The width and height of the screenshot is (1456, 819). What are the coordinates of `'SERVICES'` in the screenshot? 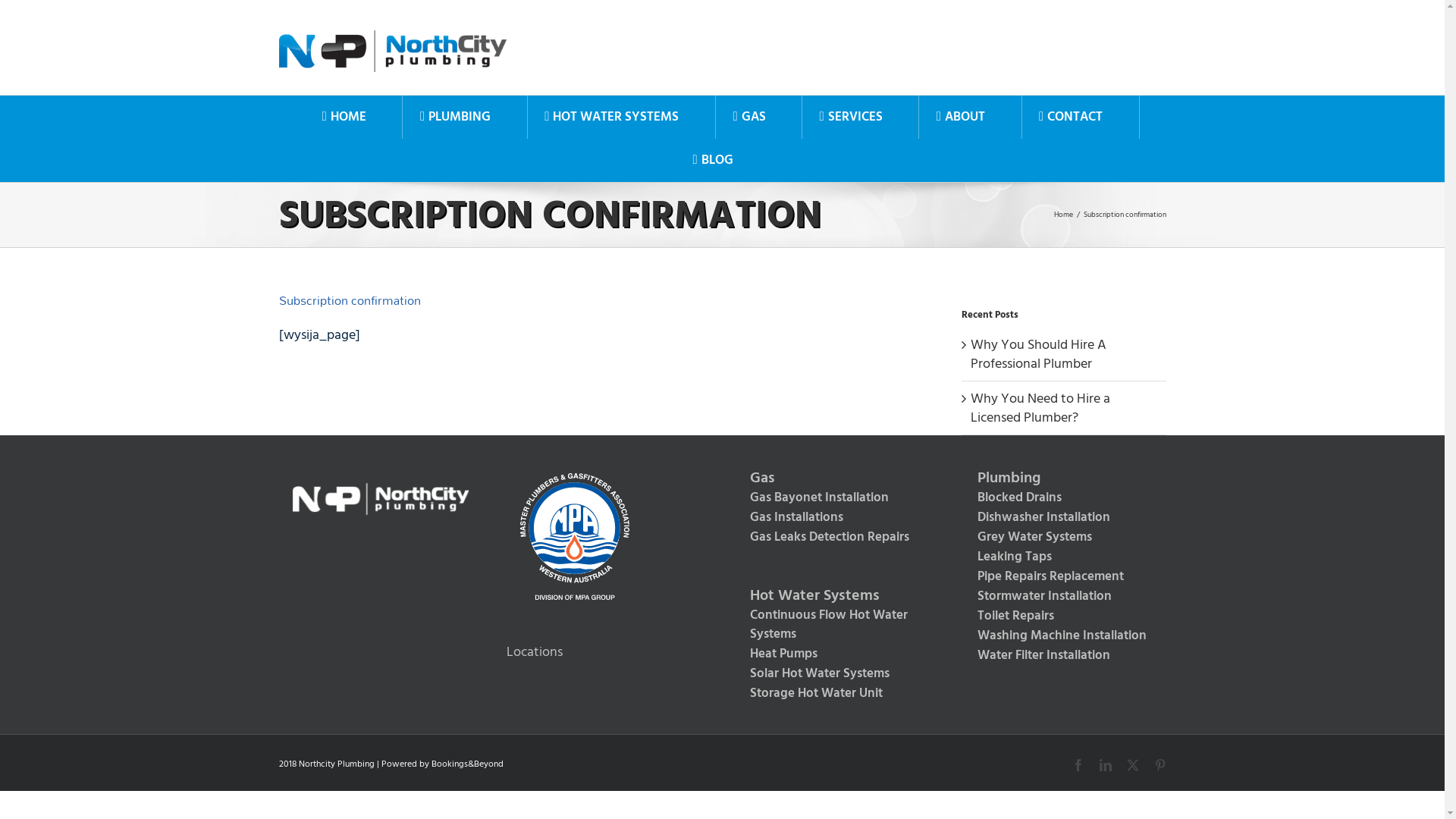 It's located at (851, 116).